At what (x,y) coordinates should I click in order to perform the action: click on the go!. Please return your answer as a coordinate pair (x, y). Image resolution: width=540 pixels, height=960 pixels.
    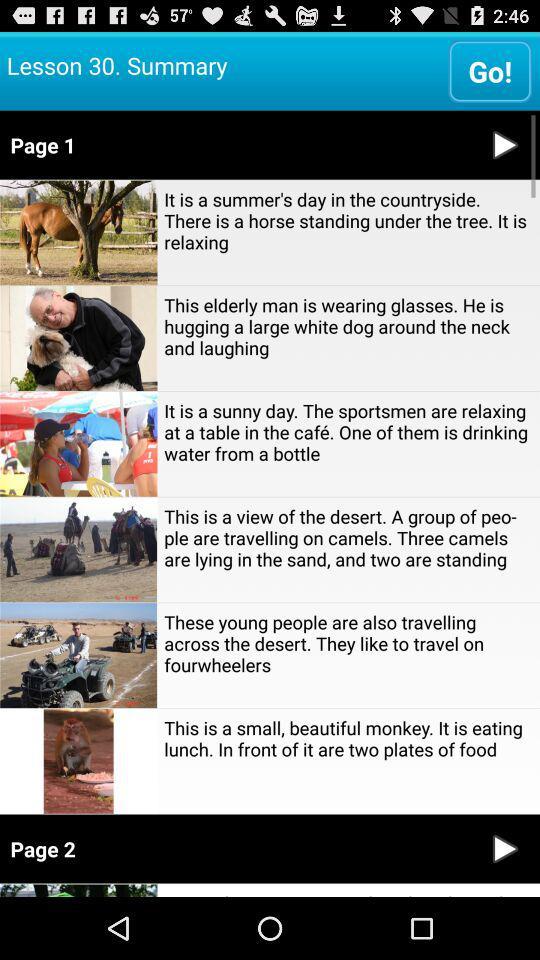
    Looking at the image, I should click on (489, 70).